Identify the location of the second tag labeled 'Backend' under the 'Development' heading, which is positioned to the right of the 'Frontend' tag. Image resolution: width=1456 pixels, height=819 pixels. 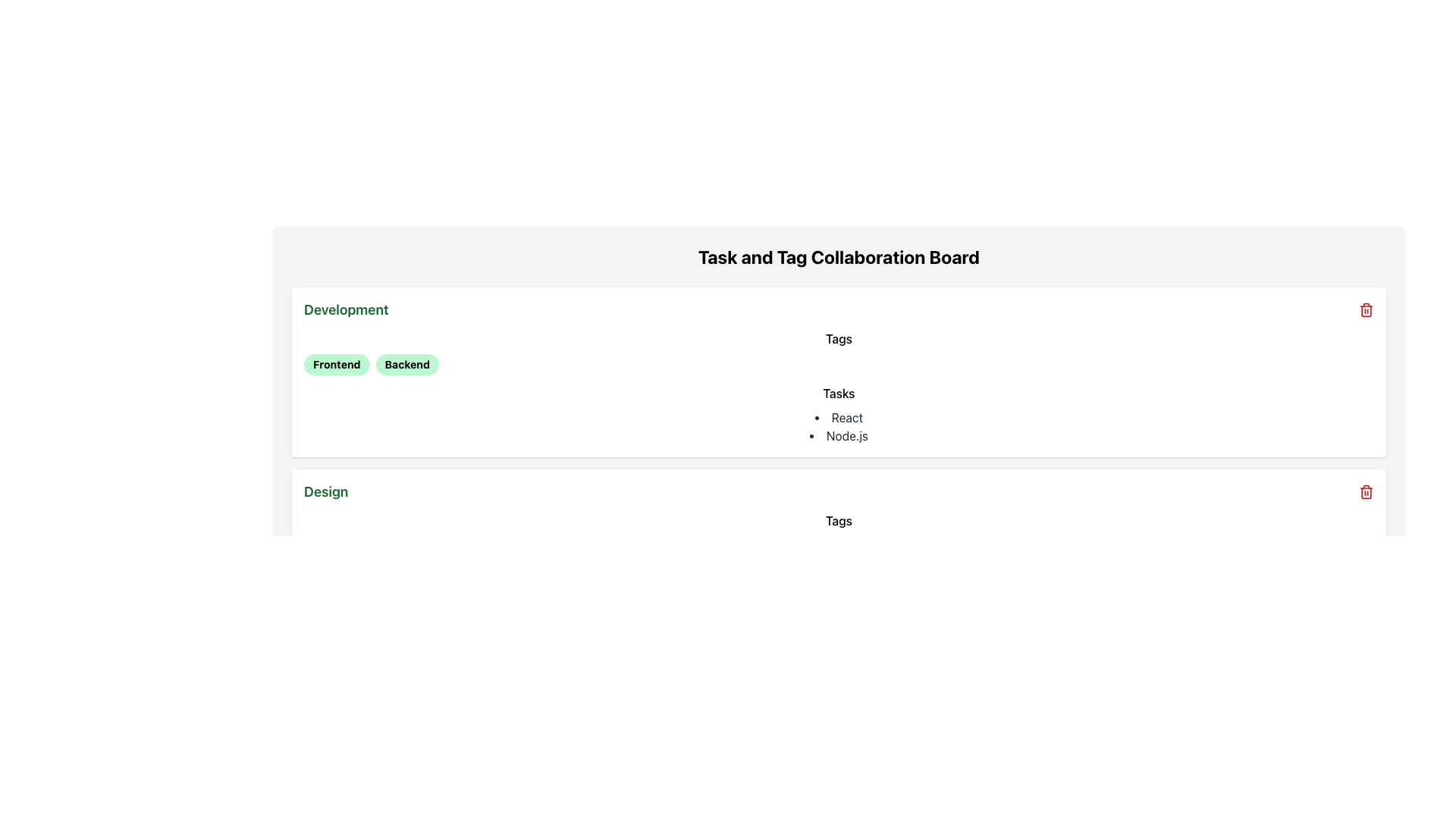
(407, 365).